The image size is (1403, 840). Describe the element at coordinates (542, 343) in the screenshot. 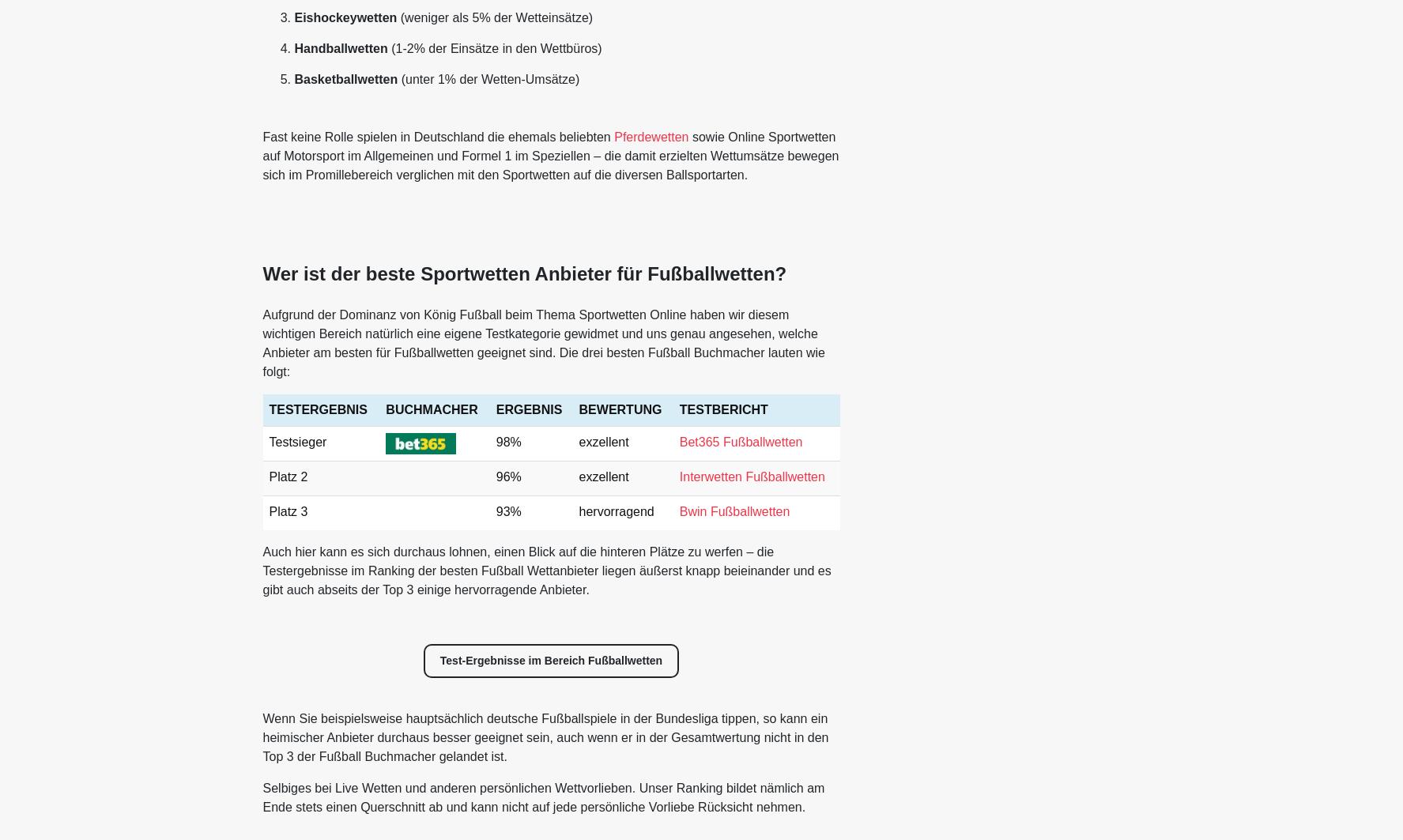

I see `'Aufgrund der Dominanz von König Fußball beim Thema Sportwetten Online haben wir diesem wichtigen Bereich natürlich eine eigene Testkategorie gewidmet und uns genau angesehen, welche Anbieter am besten für Fußballwetten geeignet sind. Die drei besten Fußball Buchmacher lauten wie folgt:'` at that location.